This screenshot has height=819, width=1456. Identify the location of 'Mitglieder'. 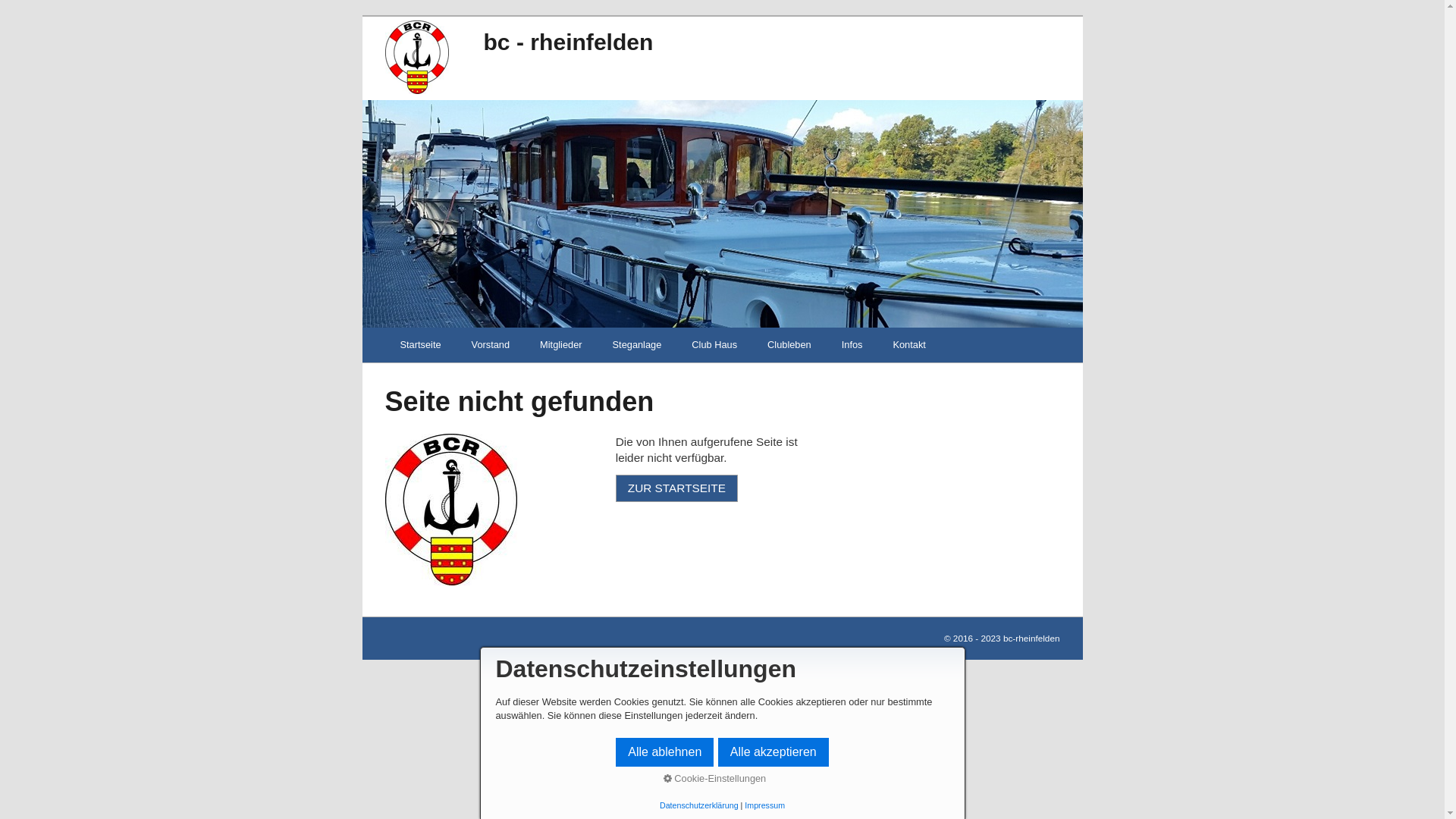
(560, 345).